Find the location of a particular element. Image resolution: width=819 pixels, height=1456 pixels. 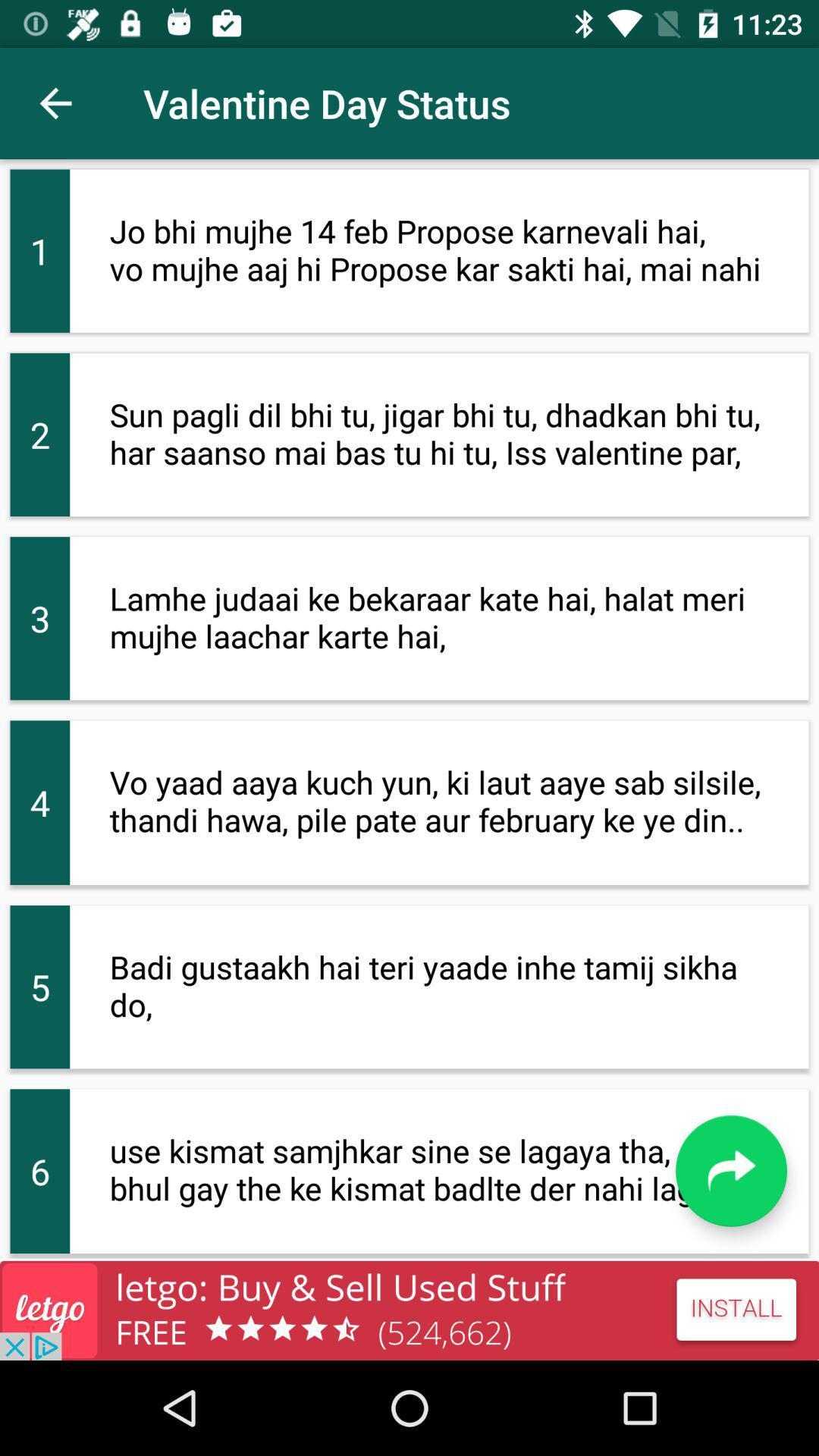

open advertisements is located at coordinates (409, 1310).